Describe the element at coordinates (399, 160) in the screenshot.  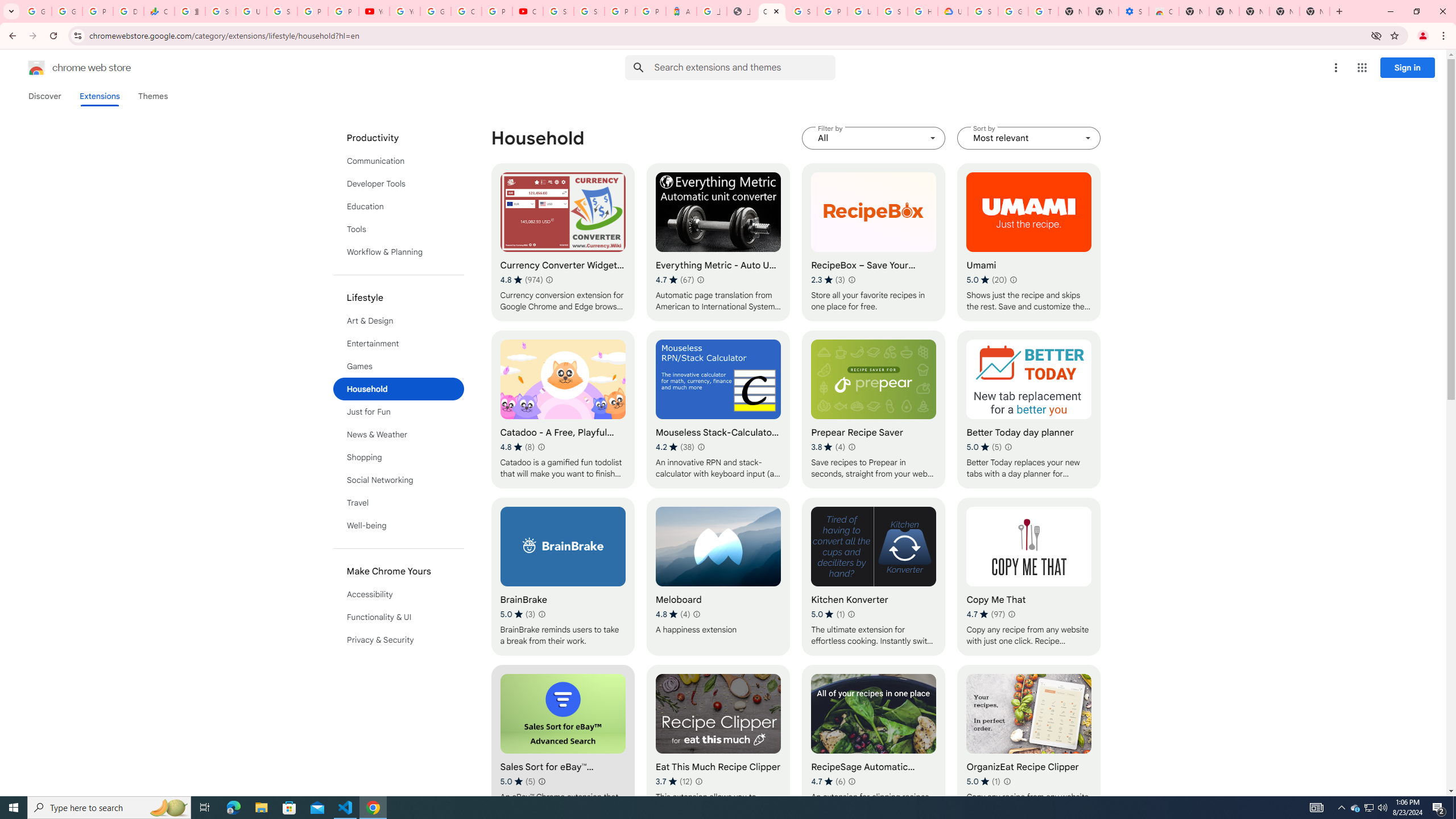
I see `'Communication'` at that location.